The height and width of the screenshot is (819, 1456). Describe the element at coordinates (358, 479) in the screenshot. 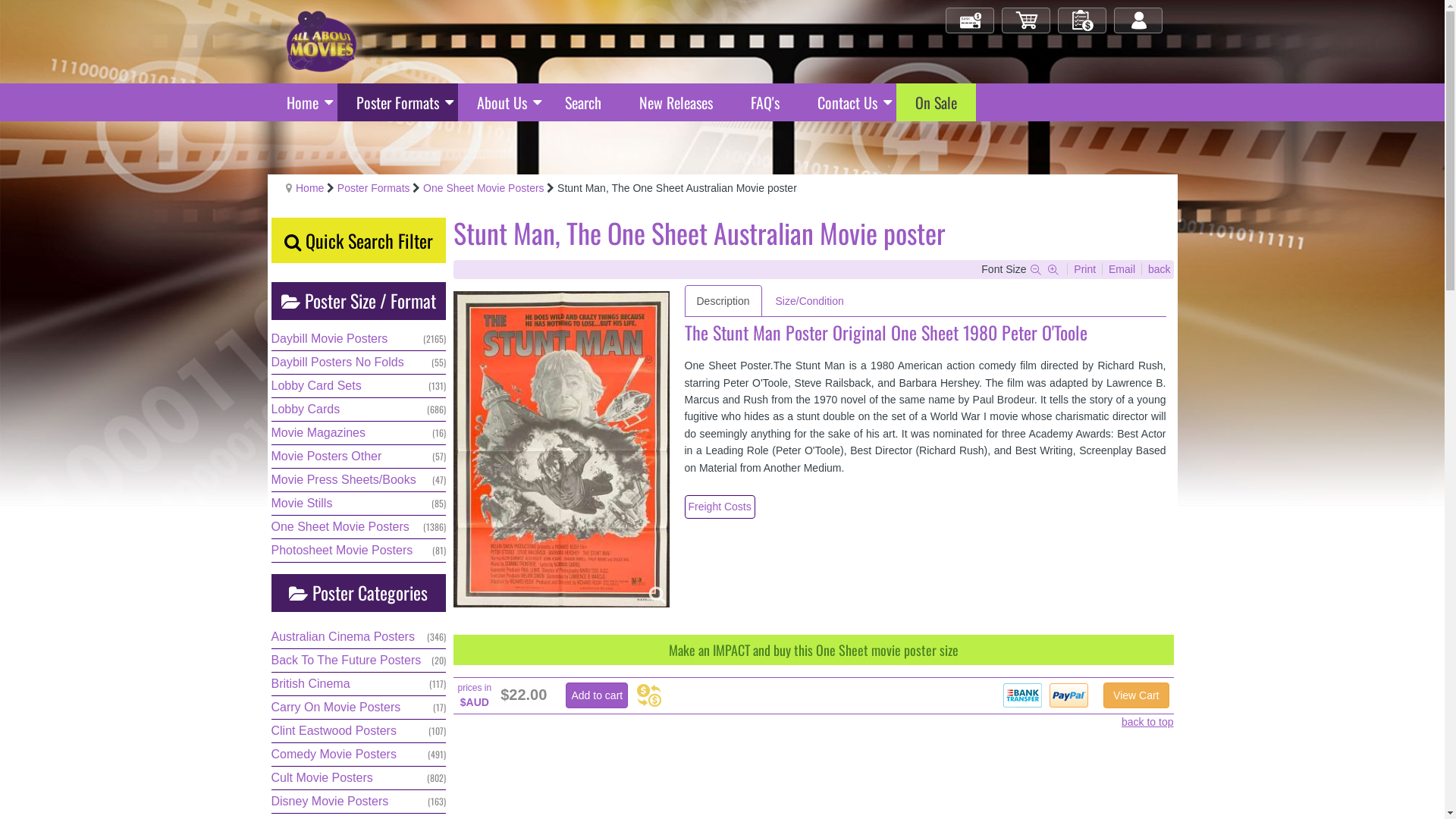

I see `'Movie Press Sheets/Books` at that location.